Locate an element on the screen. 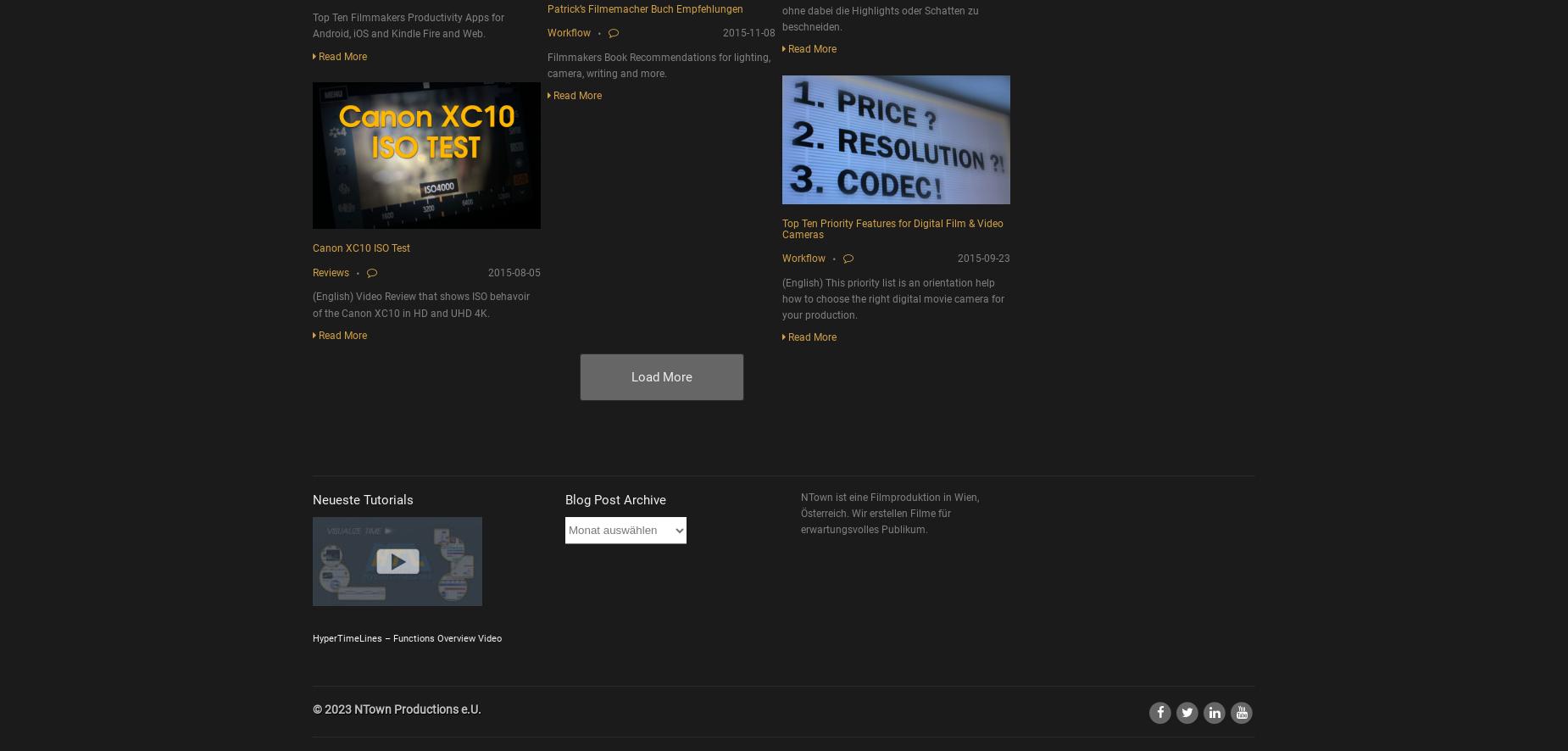 Image resolution: width=1568 pixels, height=751 pixels. '2015-08-05' is located at coordinates (514, 270).